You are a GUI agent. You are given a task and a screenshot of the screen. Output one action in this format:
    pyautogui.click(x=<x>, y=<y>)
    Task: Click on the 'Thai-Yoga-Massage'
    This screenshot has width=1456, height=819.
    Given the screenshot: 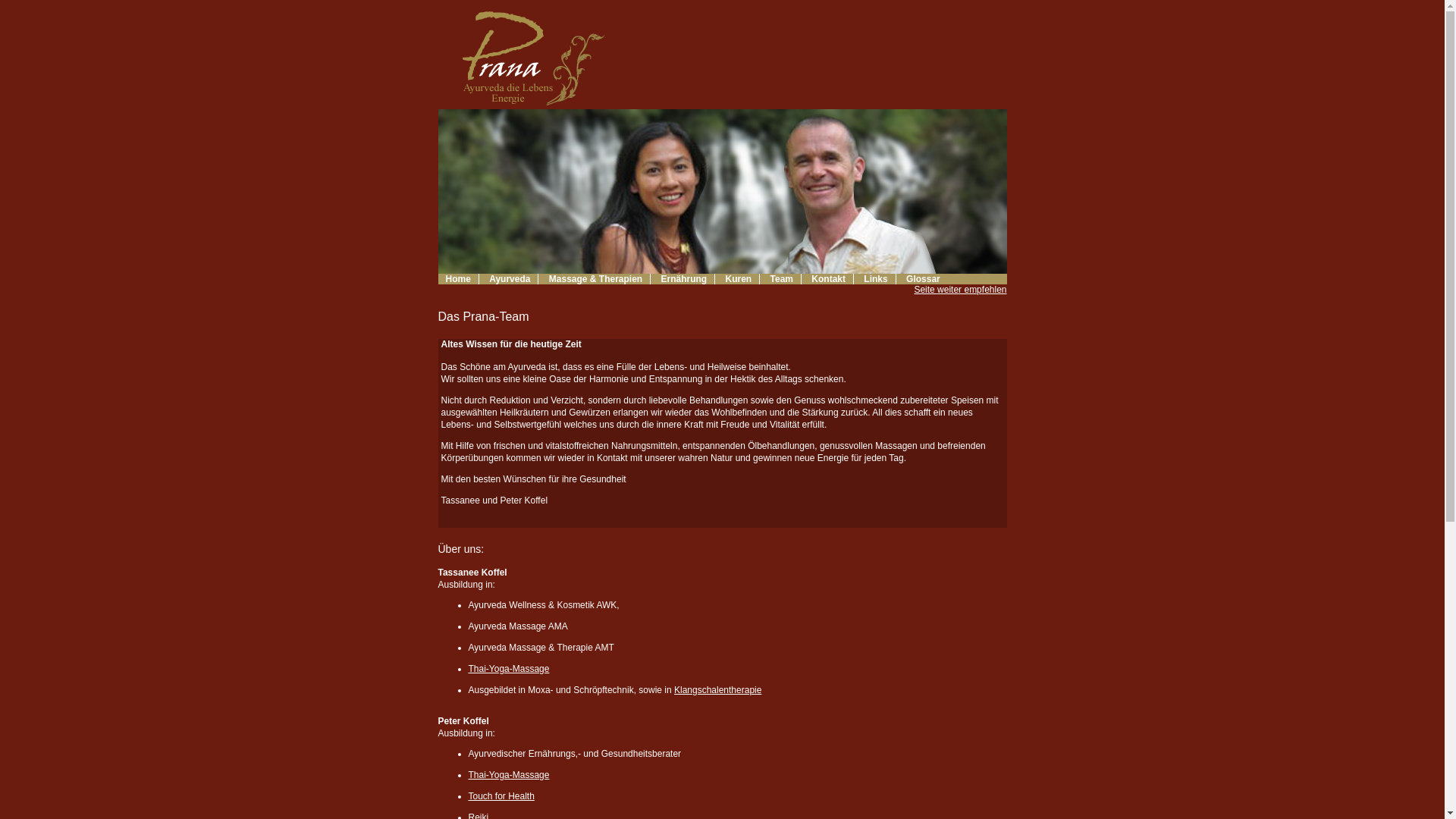 What is the action you would take?
    pyautogui.click(x=509, y=668)
    